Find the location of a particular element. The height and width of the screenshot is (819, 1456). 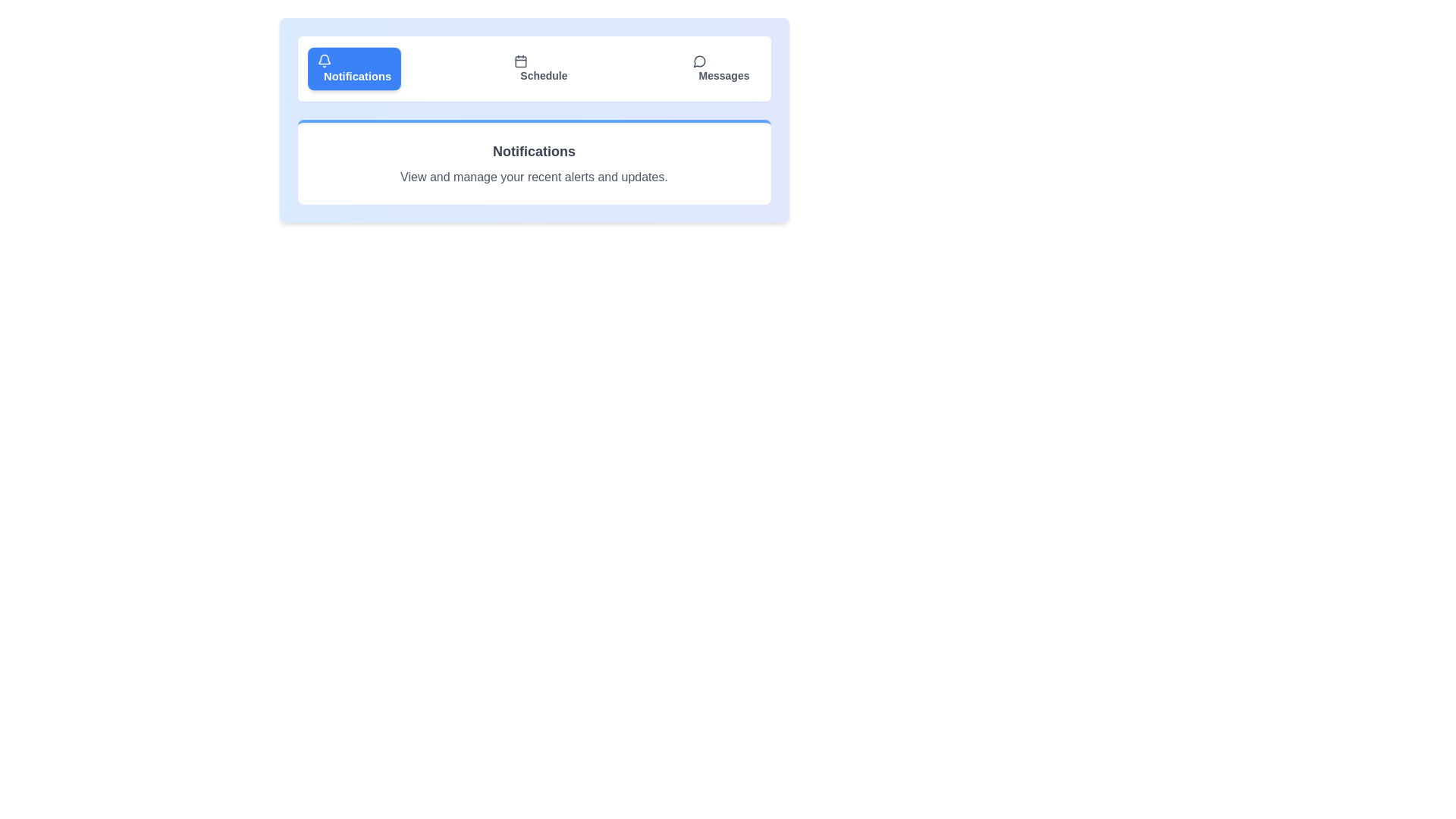

the Schedule tab by clicking on its respective button is located at coordinates (541, 69).